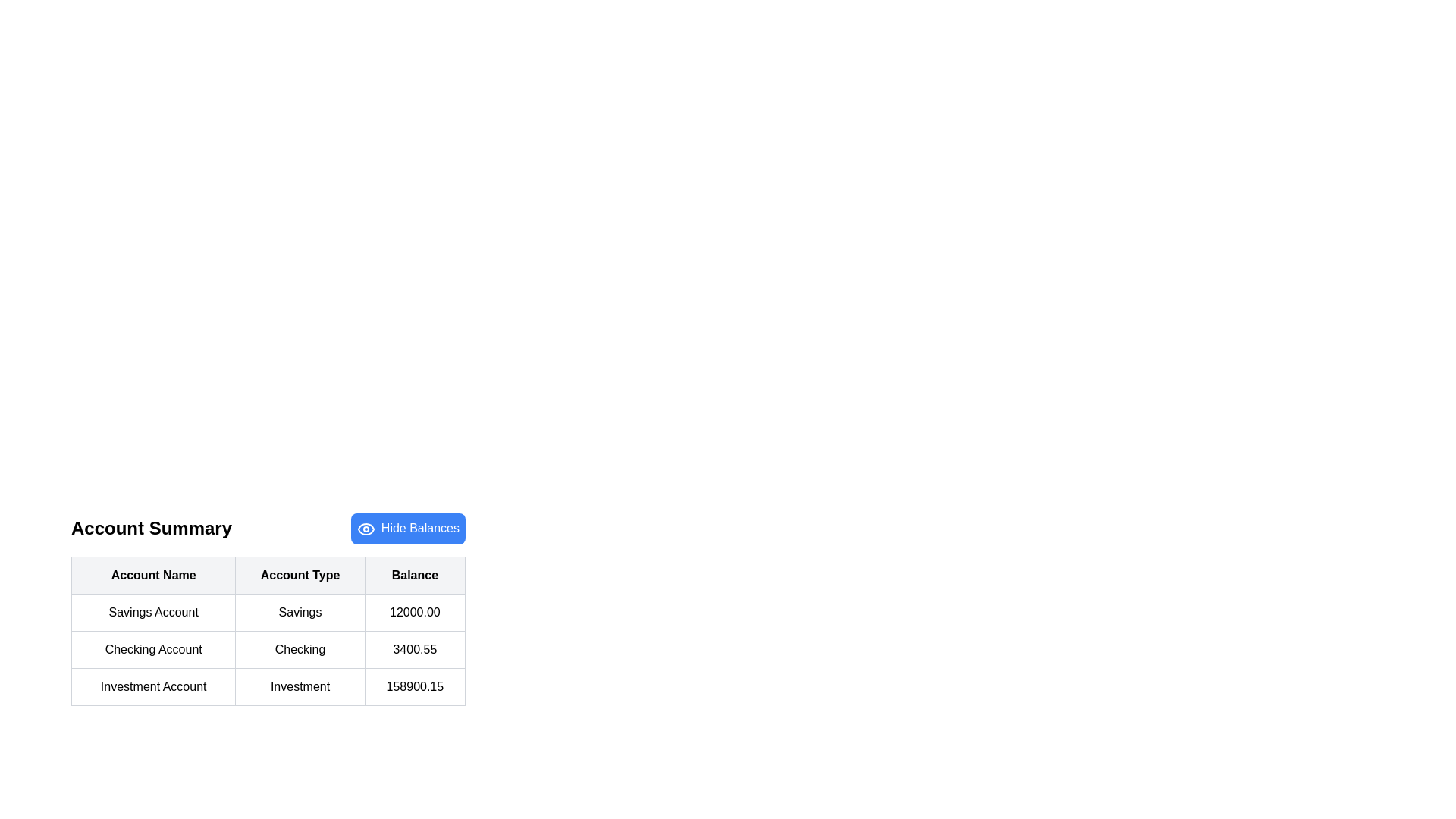  What do you see at coordinates (408, 528) in the screenshot?
I see `the button located in the 'Account Summary' section` at bounding box center [408, 528].